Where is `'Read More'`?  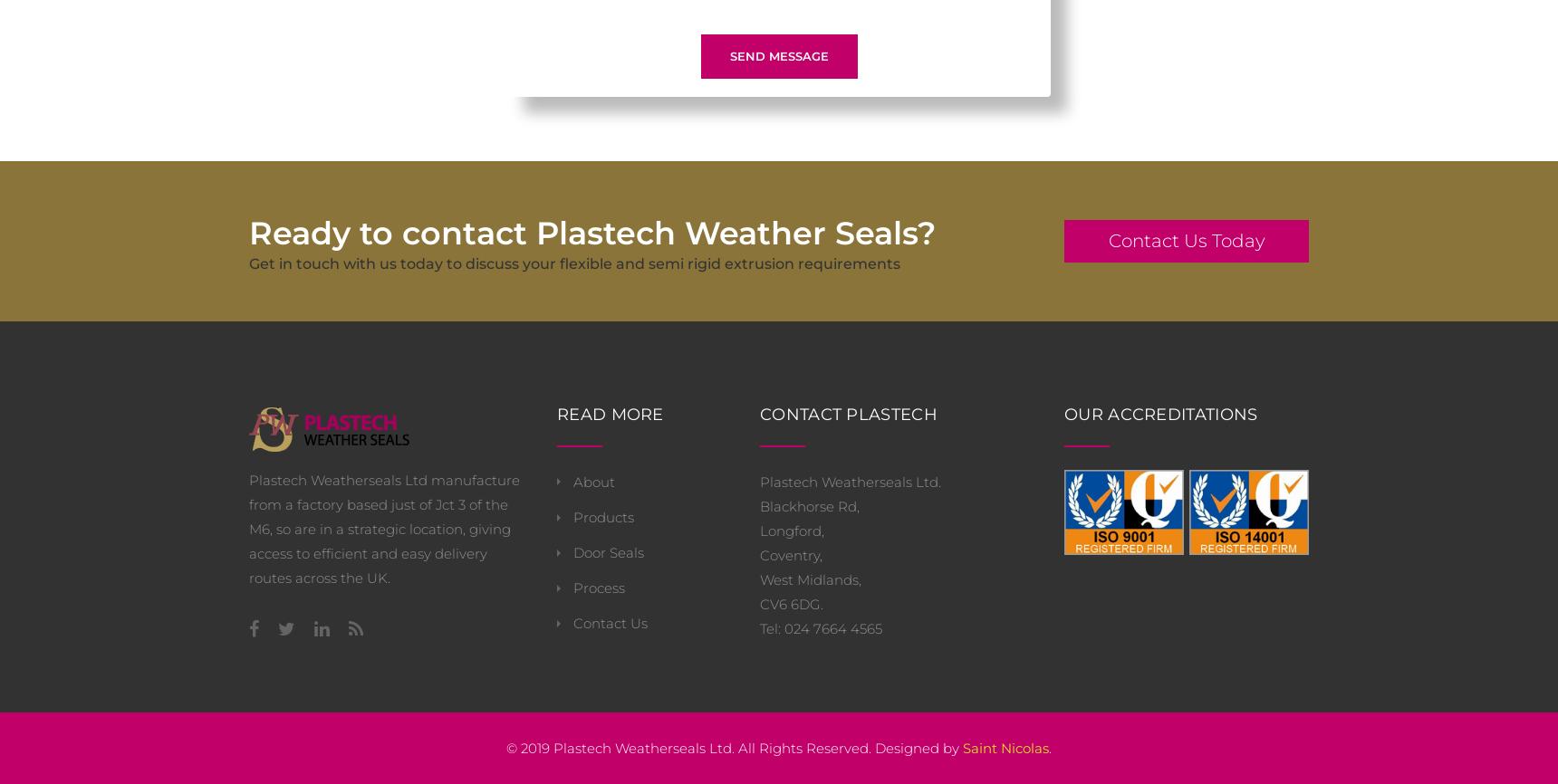
'Read More' is located at coordinates (610, 415).